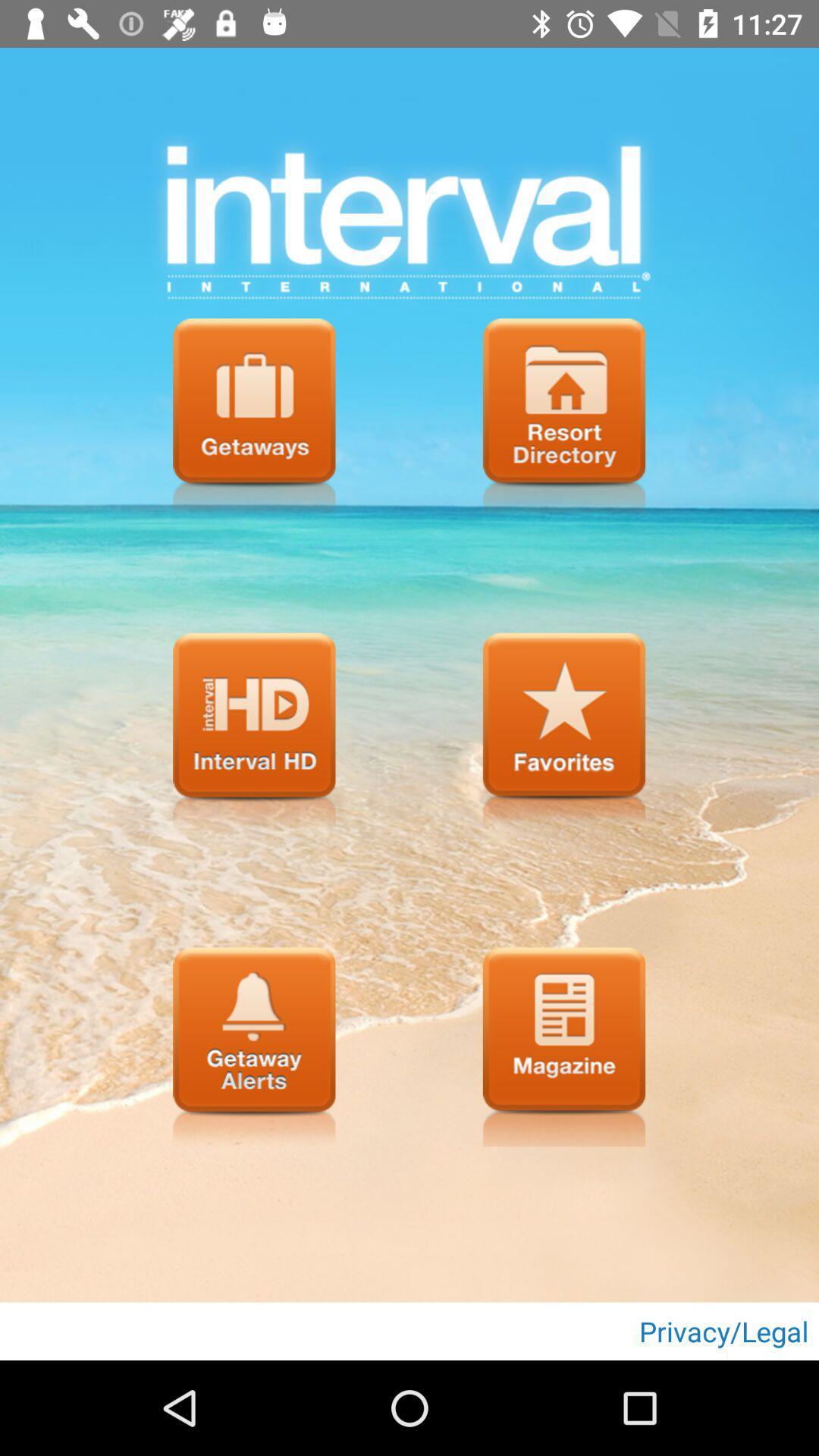 The image size is (819, 1456). Describe the element at coordinates (564, 1046) in the screenshot. I see `magazine option` at that location.